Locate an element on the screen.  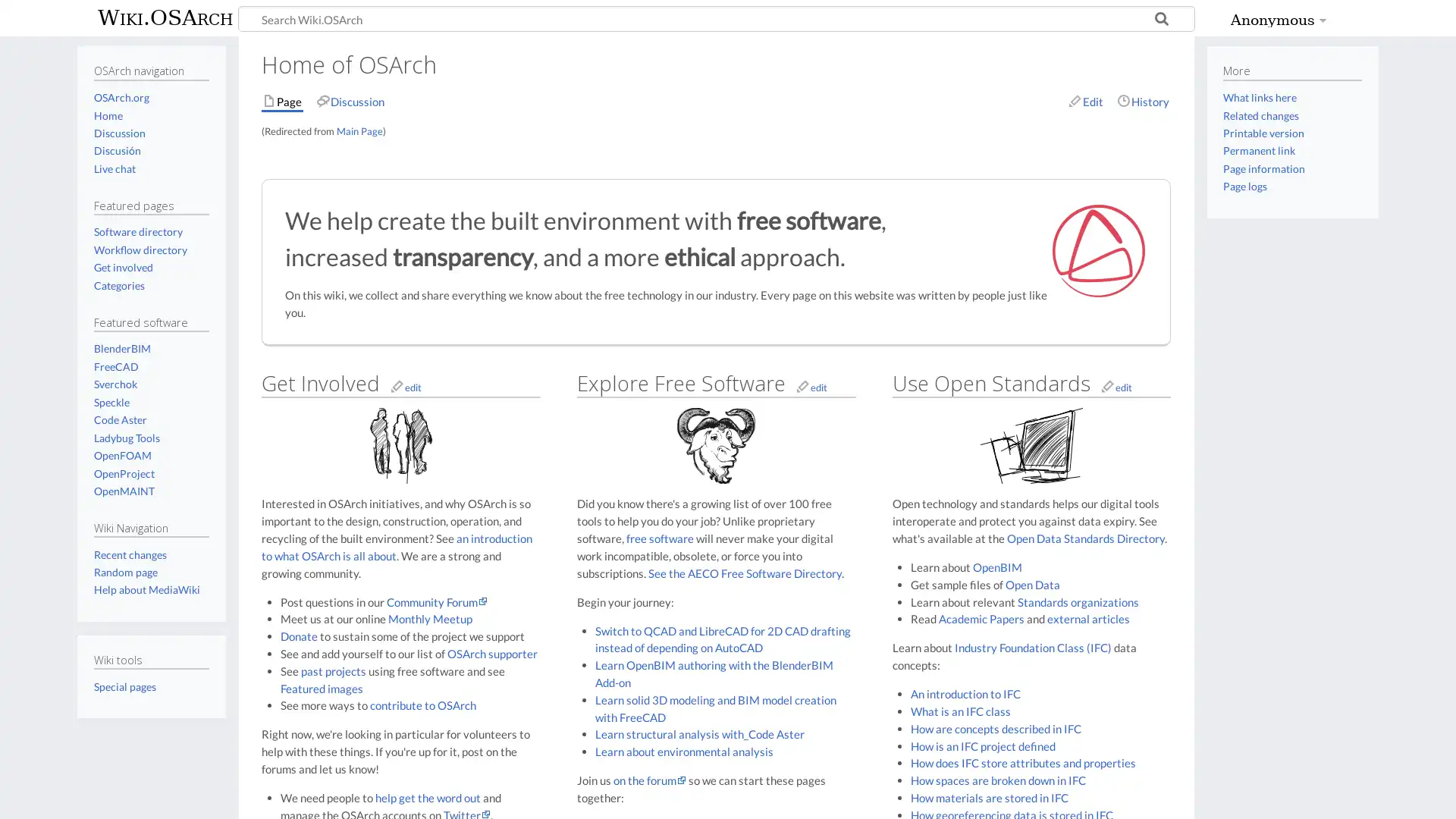
Search is located at coordinates (1160, 20).